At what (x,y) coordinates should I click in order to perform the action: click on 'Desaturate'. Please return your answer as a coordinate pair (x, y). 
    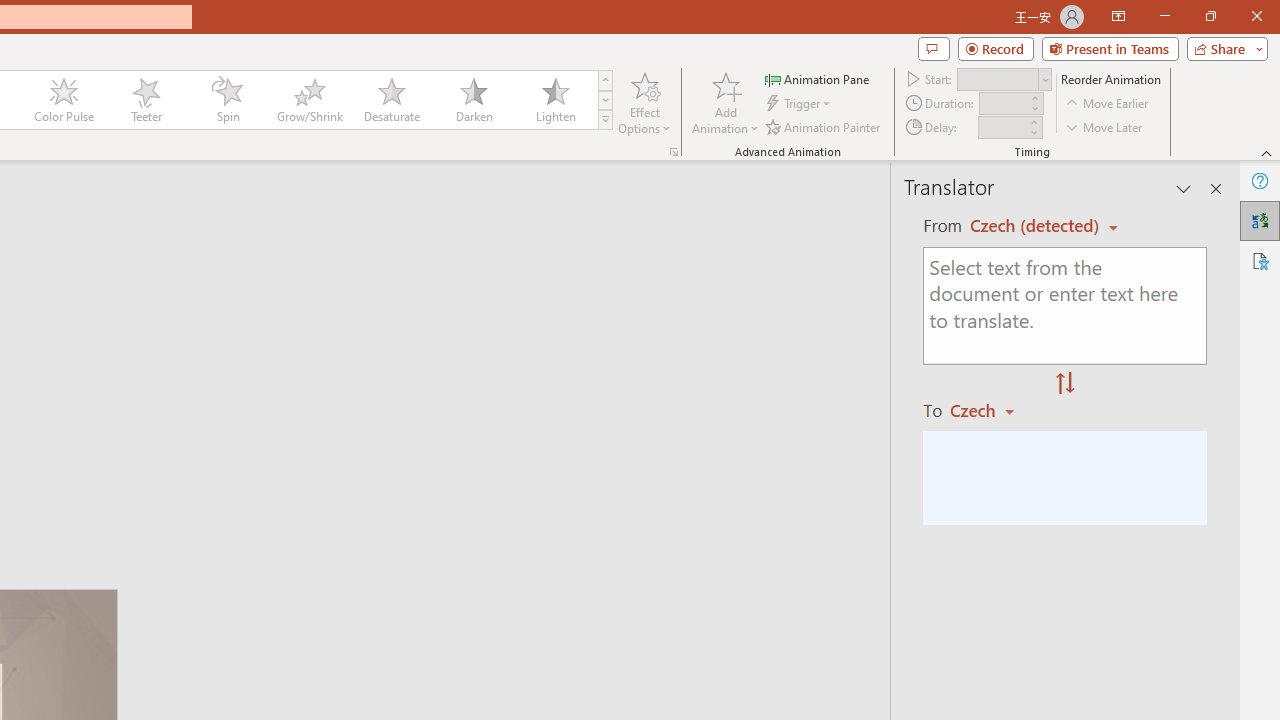
    Looking at the image, I should click on (391, 100).